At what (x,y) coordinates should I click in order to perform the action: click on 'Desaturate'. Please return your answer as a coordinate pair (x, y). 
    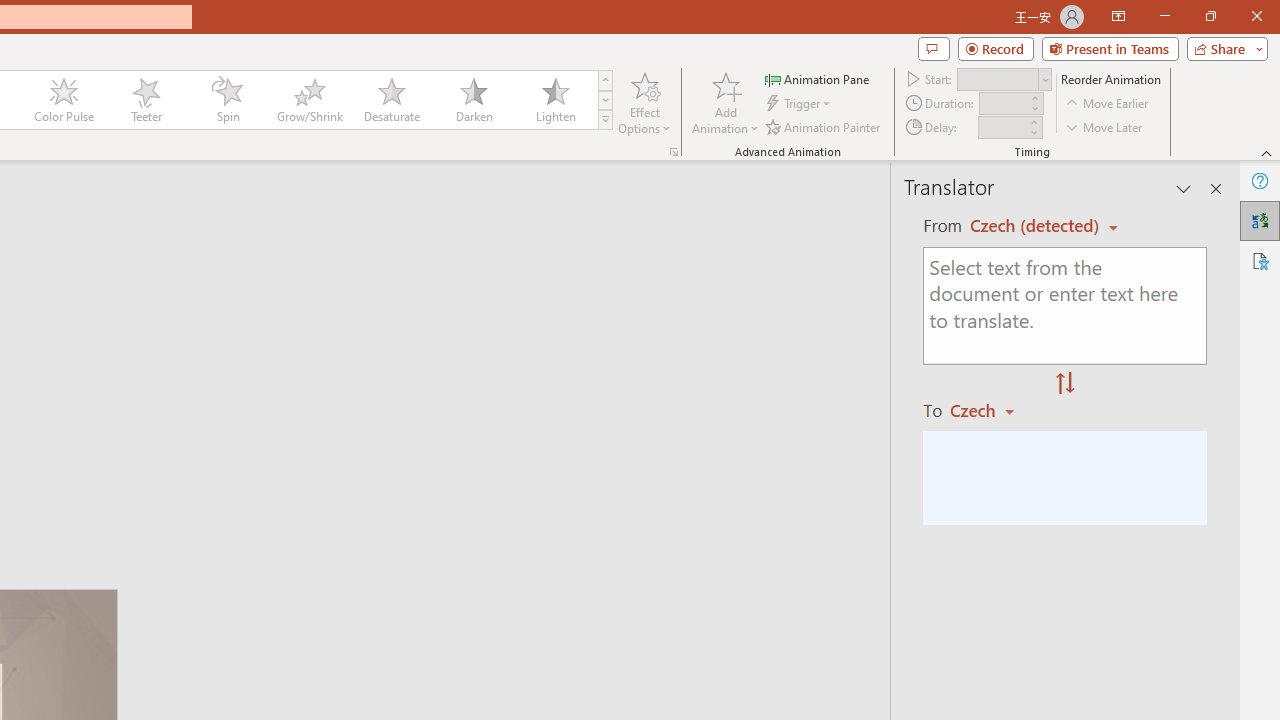
    Looking at the image, I should click on (391, 100).